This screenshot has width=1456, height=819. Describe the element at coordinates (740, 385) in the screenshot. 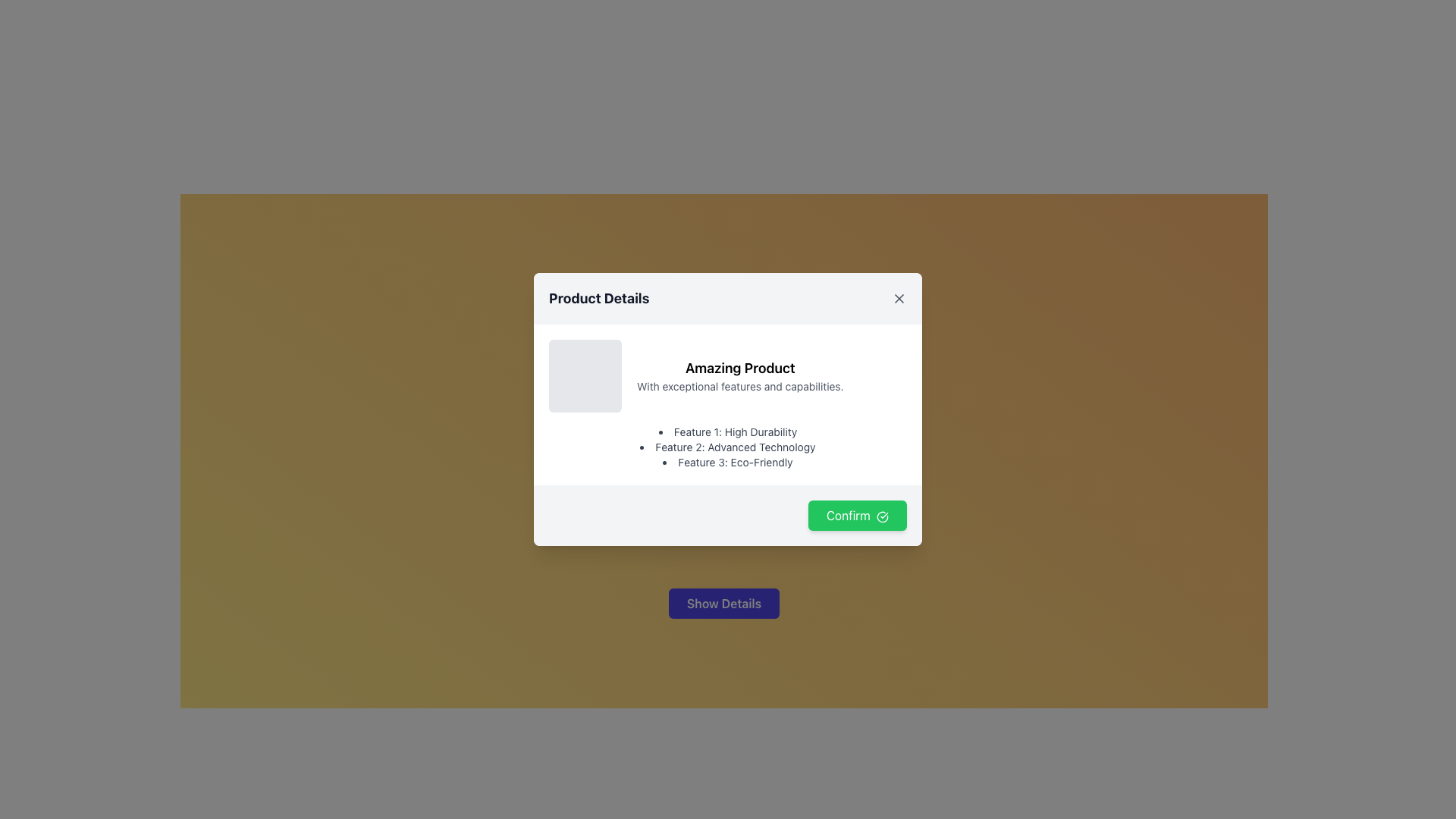

I see `informative subtitle text located in the 'Product Details' modal, positioned beneath the 'Amazing Product' header` at that location.